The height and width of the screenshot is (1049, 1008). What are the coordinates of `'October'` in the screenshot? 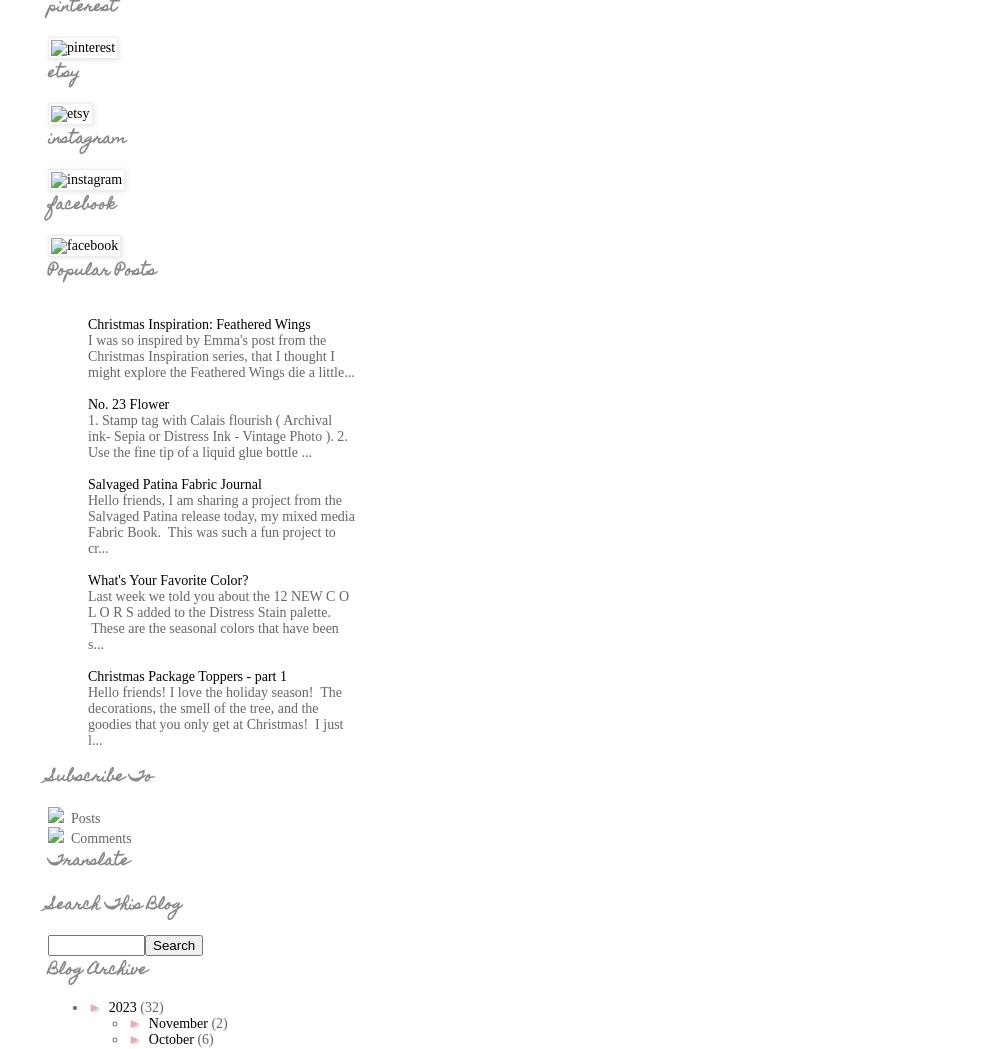 It's located at (172, 1039).